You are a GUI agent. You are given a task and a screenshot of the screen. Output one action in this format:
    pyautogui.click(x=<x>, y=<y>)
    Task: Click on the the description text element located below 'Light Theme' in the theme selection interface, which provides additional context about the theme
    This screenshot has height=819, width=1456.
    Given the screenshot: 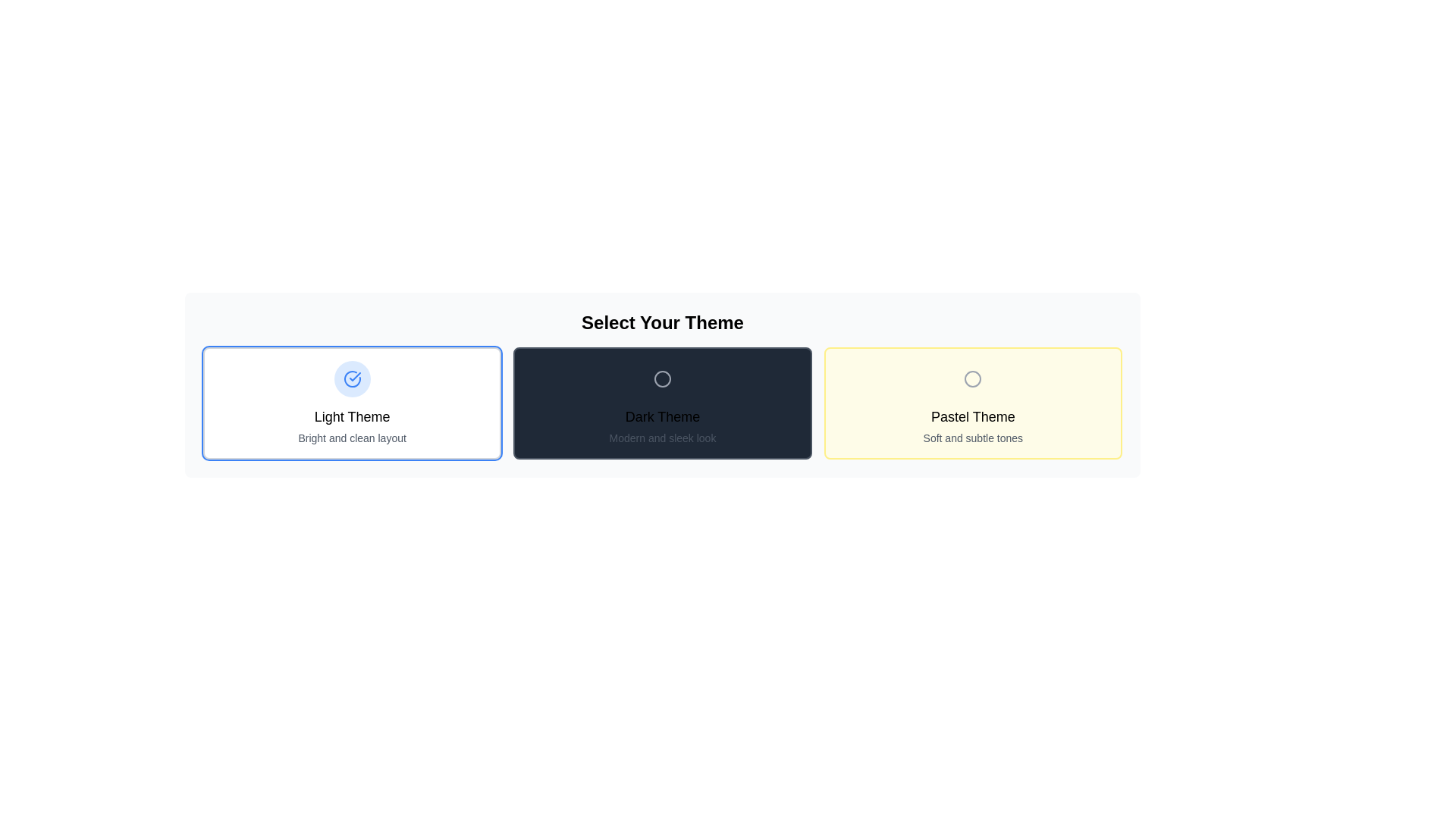 What is the action you would take?
    pyautogui.click(x=351, y=438)
    